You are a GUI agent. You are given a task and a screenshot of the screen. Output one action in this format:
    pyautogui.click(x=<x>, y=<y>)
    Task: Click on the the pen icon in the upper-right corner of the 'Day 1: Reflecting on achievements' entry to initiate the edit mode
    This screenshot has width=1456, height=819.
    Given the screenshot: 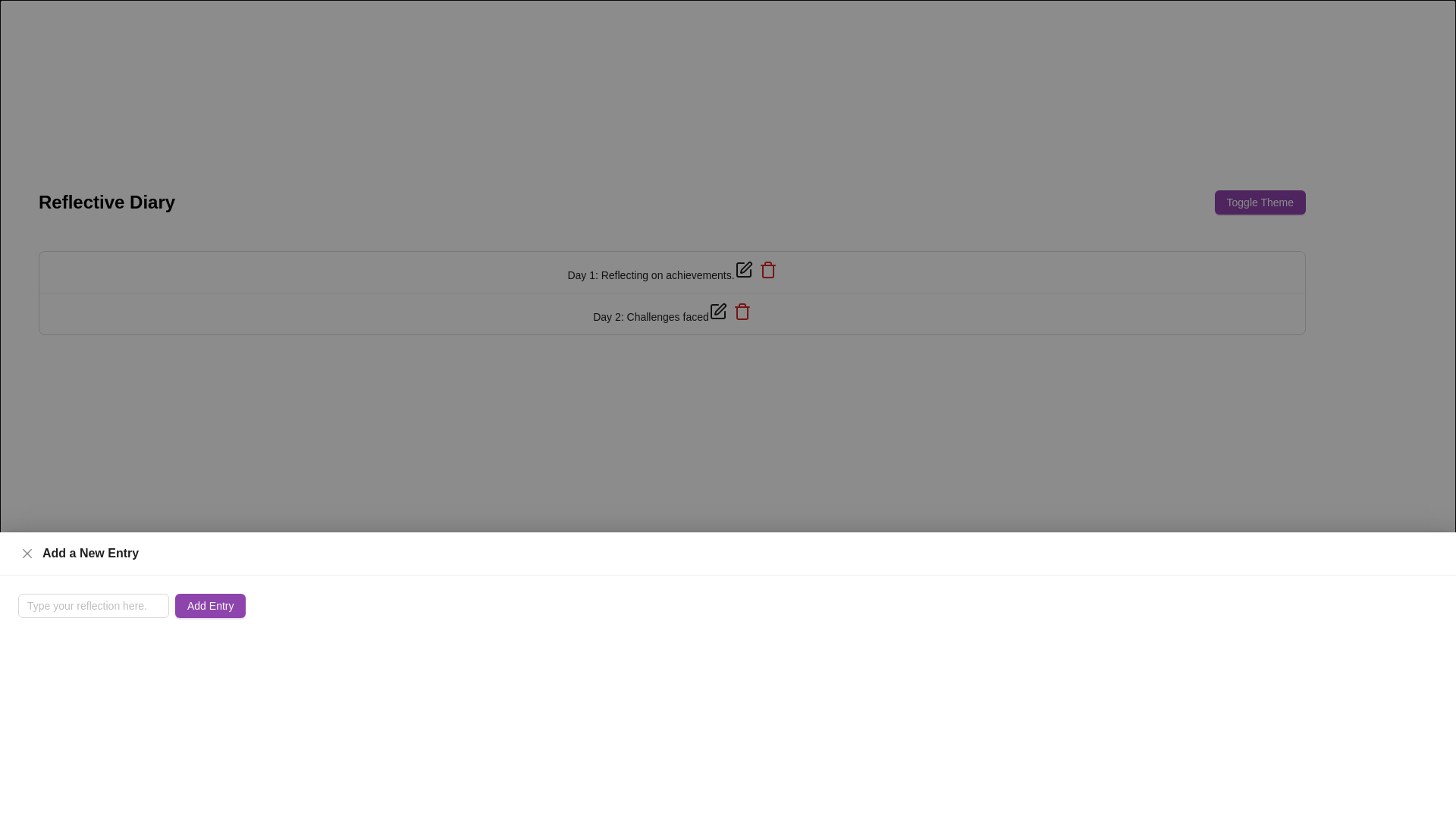 What is the action you would take?
    pyautogui.click(x=745, y=267)
    